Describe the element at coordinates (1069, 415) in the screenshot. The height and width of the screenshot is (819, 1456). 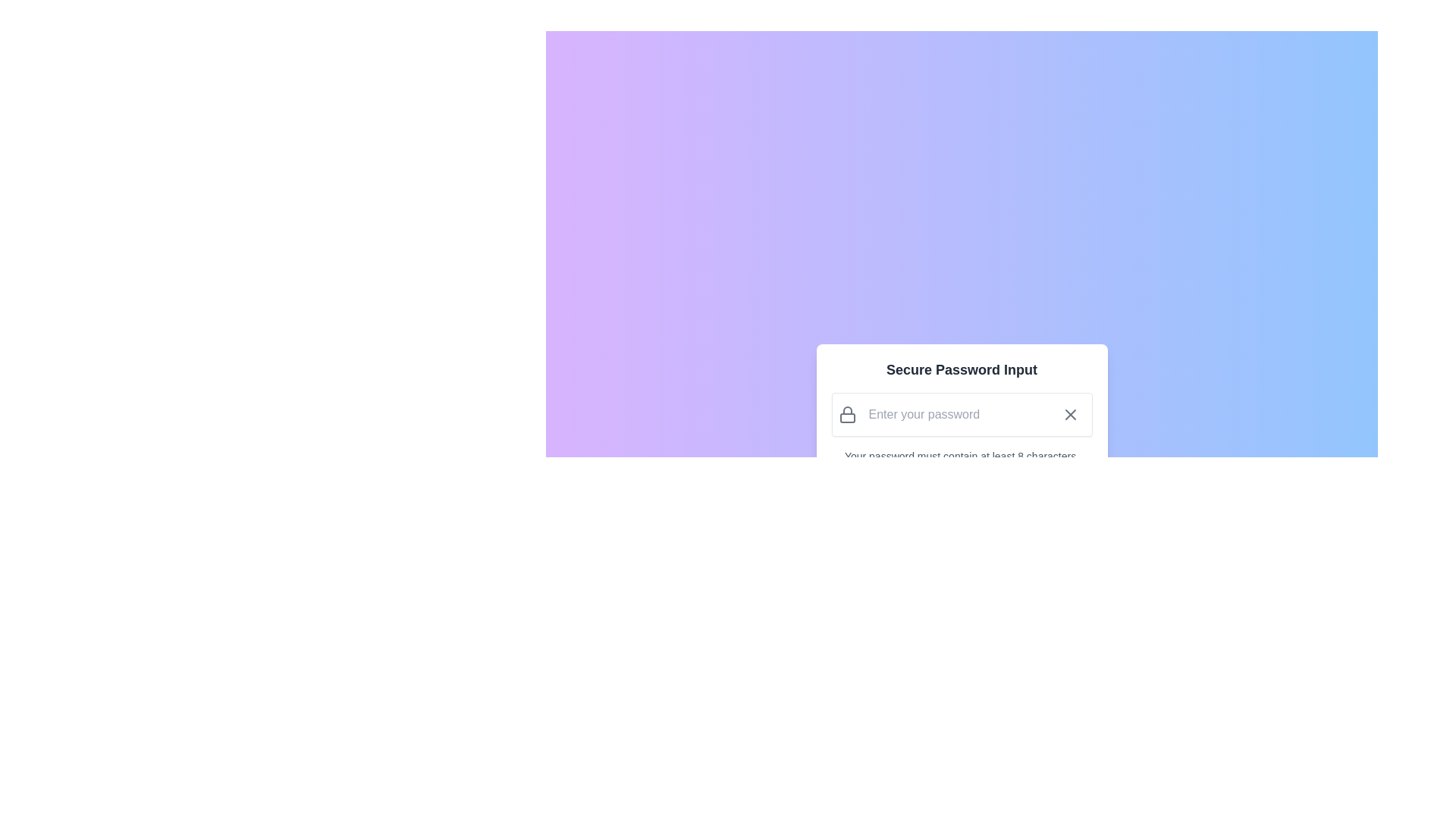
I see `the SVG-based 'X' icon located to the right of the 'Enter your password' input field to clear the associated input field` at that location.